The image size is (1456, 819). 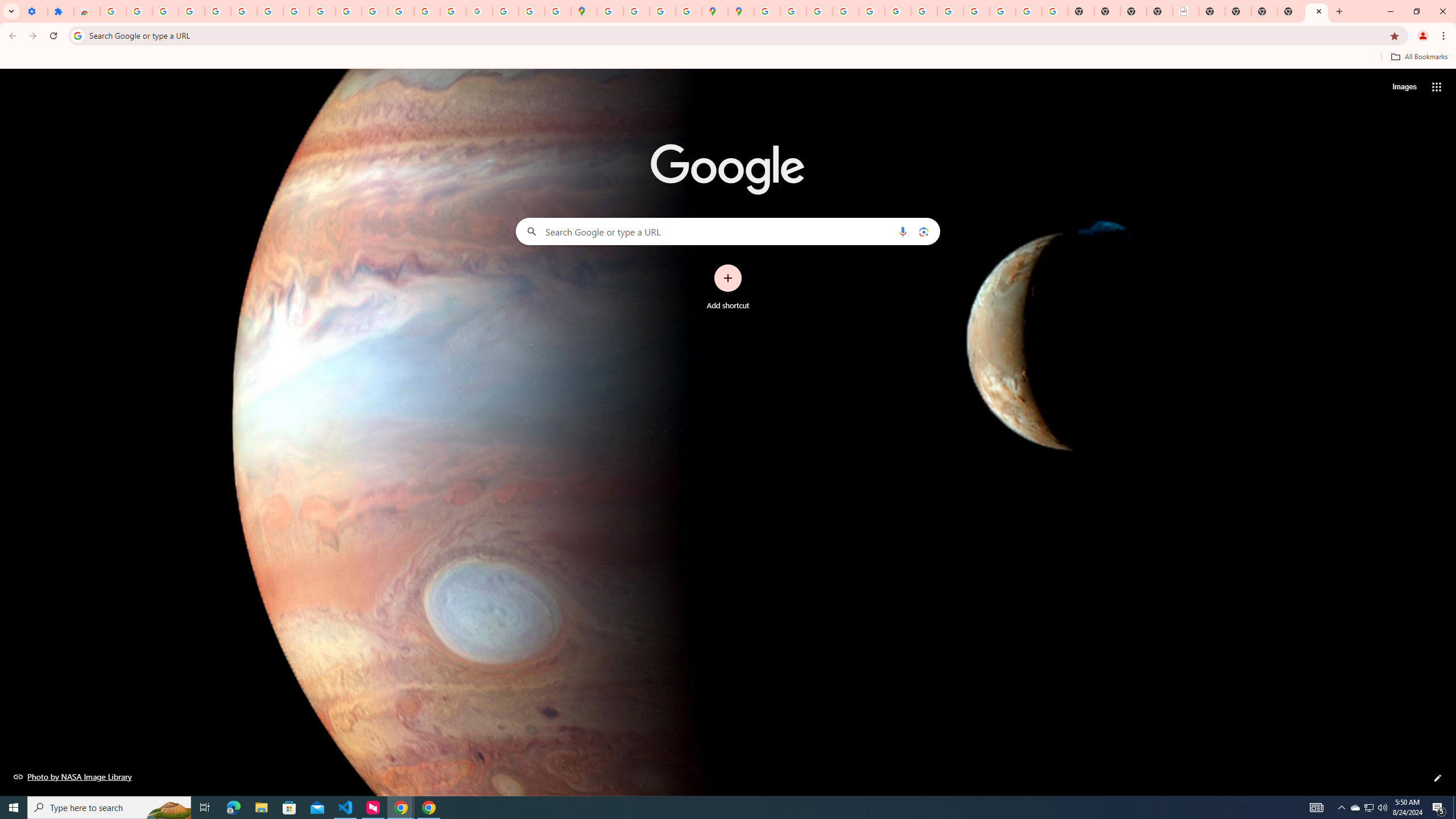 What do you see at coordinates (845, 11) in the screenshot?
I see `'Privacy Help Center - Policies Help'` at bounding box center [845, 11].